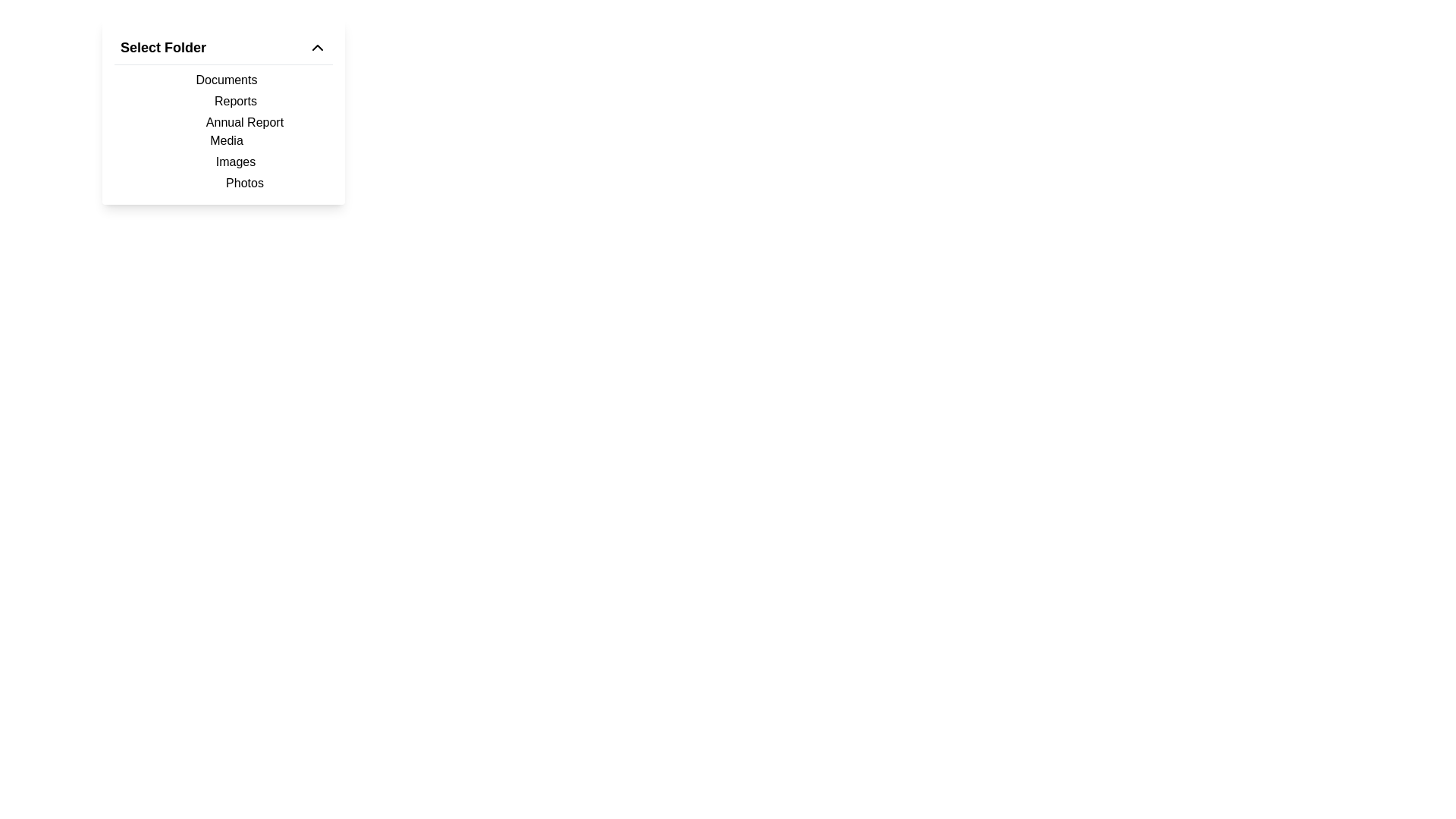  I want to click on the text label 'Photos' located at the bottom of the dropdown list under 'Images', so click(240, 183).